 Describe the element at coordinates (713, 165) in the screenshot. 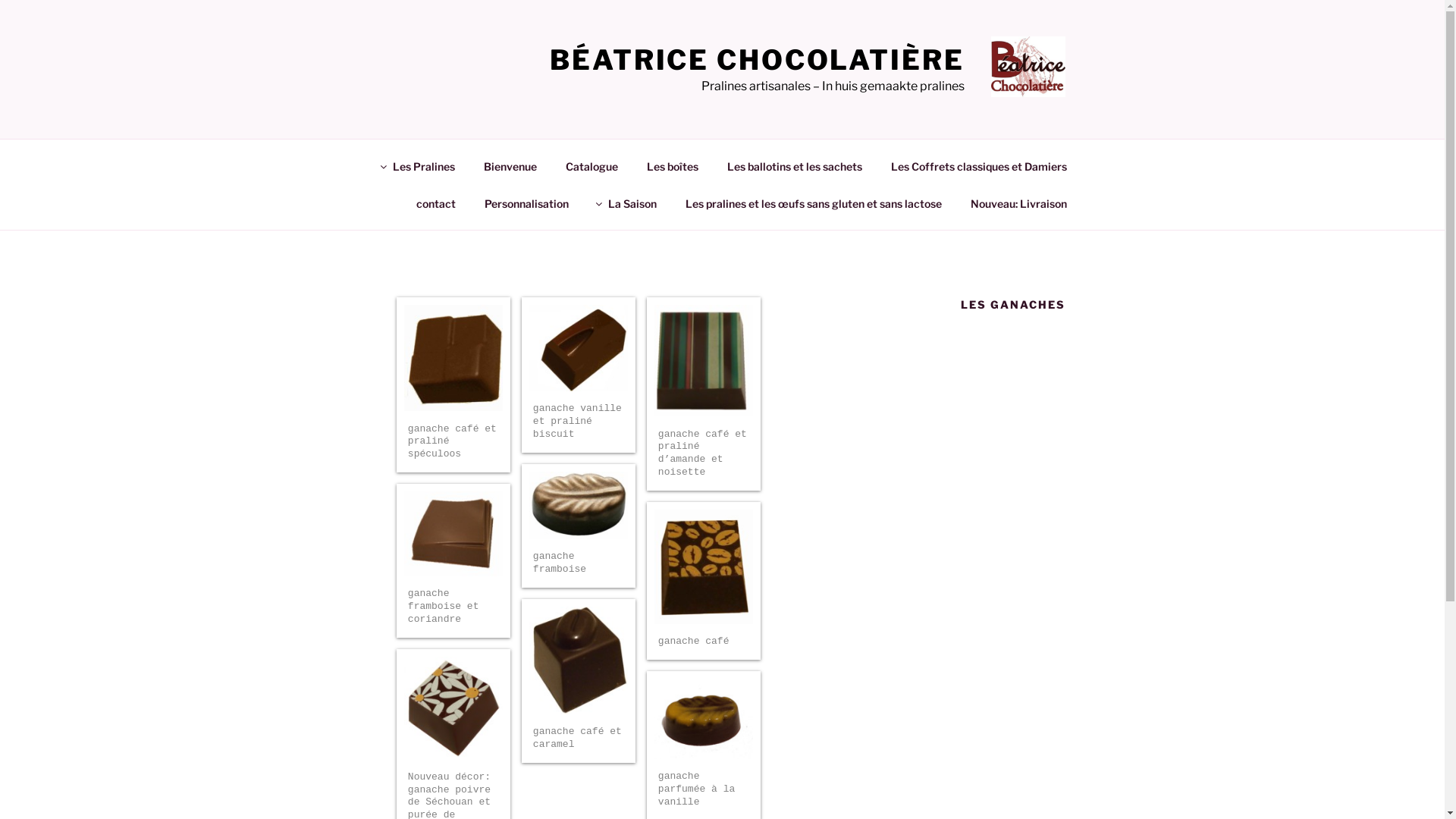

I see `'Les ballotins et les sachets'` at that location.